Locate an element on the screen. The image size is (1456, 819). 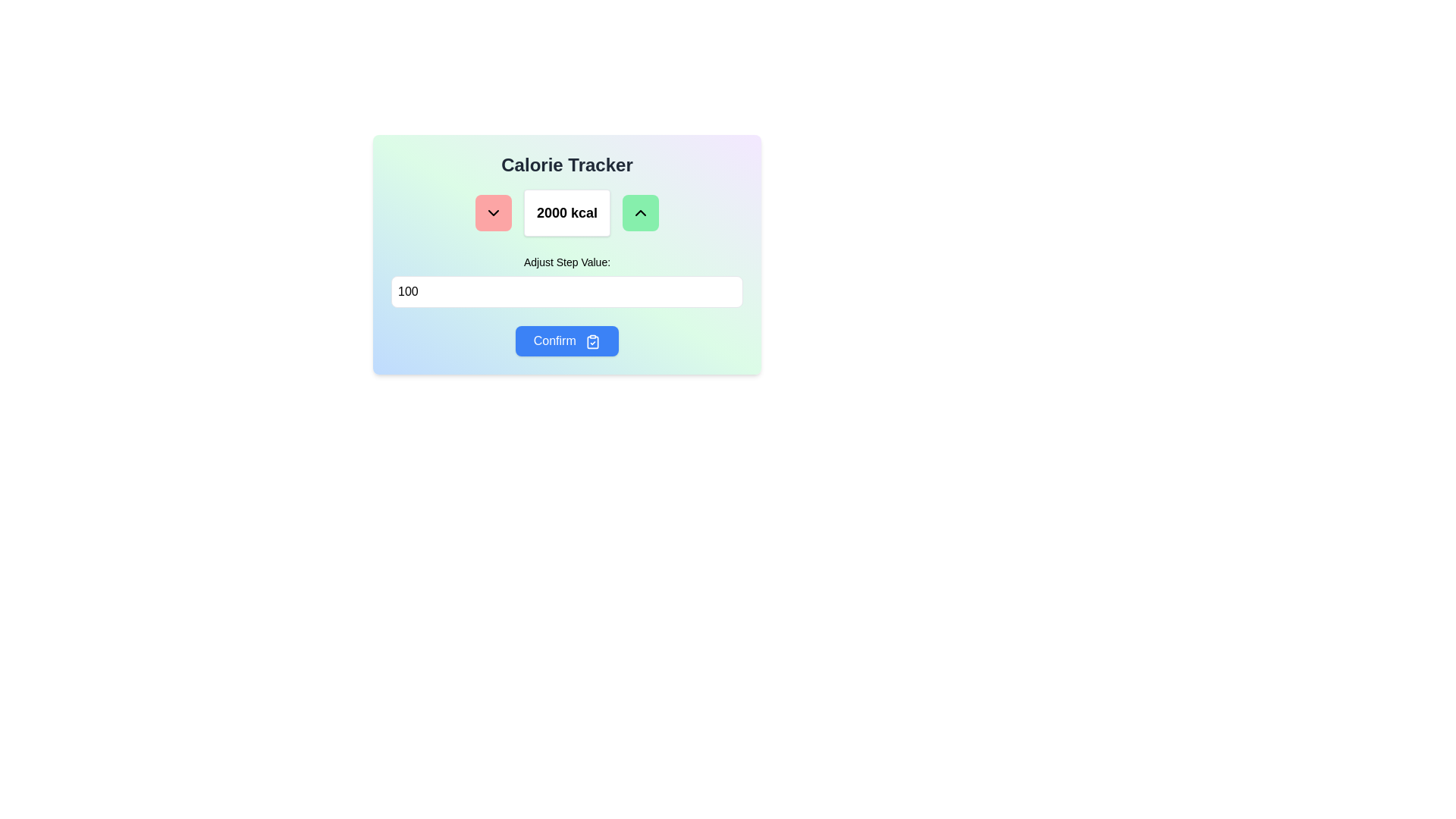
the downward action icon within the red rounded button to decrement the calorie count value is located at coordinates (493, 213).